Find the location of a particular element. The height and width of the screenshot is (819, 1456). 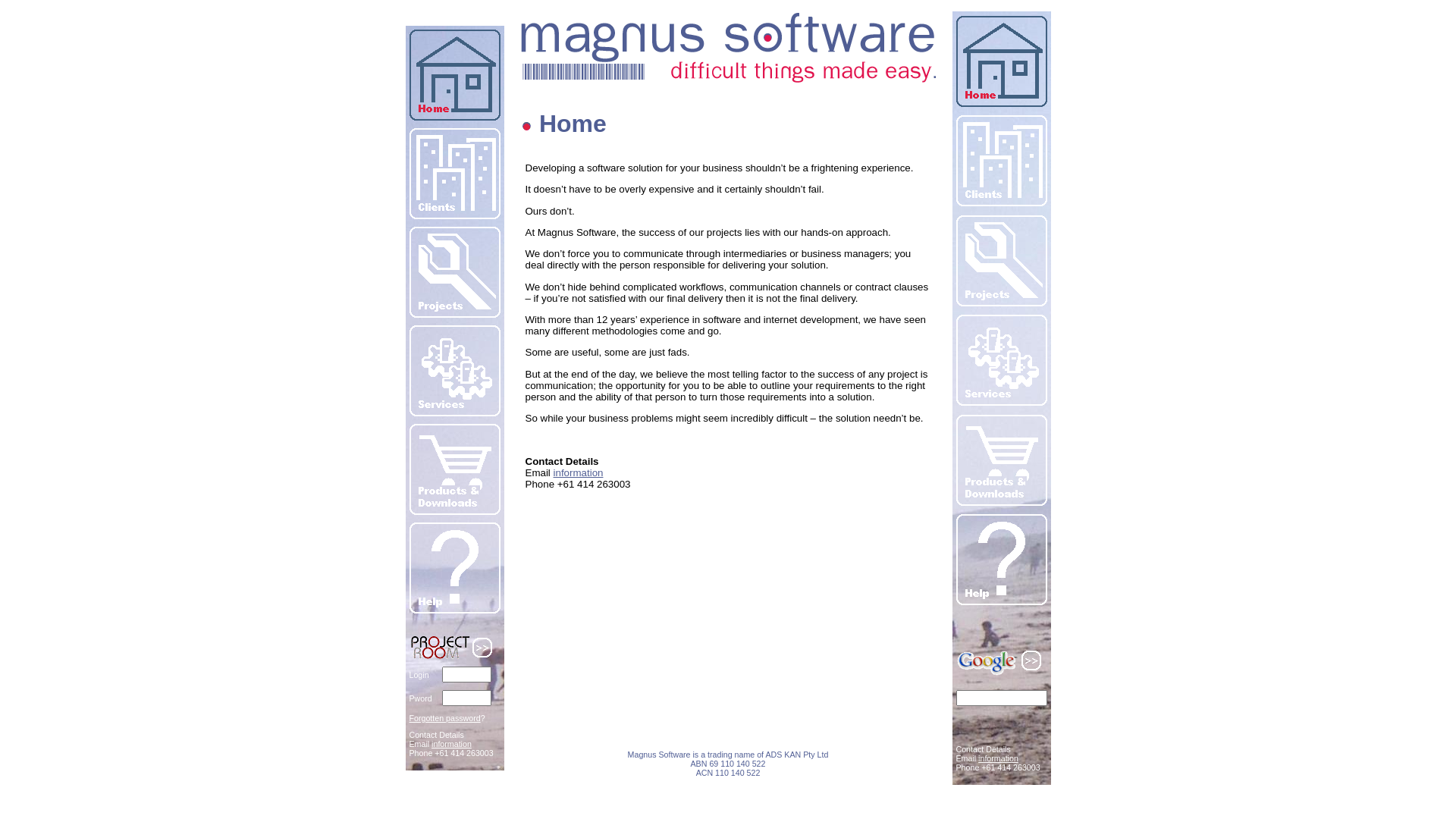

'information' is located at coordinates (450, 742).